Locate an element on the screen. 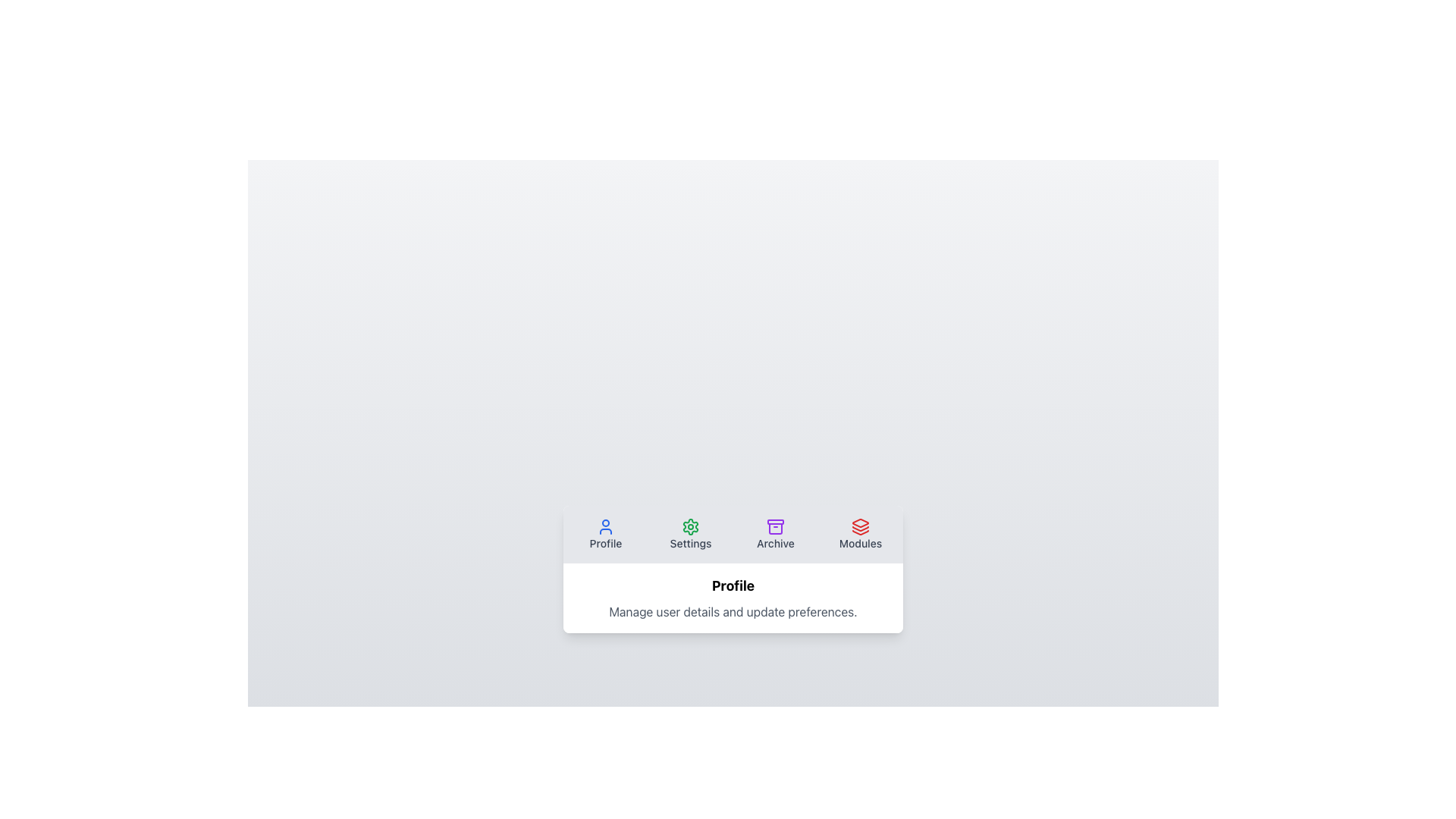 This screenshot has height=819, width=1456. the 'Archive' tab button, which features a purple archive box icon and is the third tab in a horizontal layout of four tabs is located at coordinates (775, 534).